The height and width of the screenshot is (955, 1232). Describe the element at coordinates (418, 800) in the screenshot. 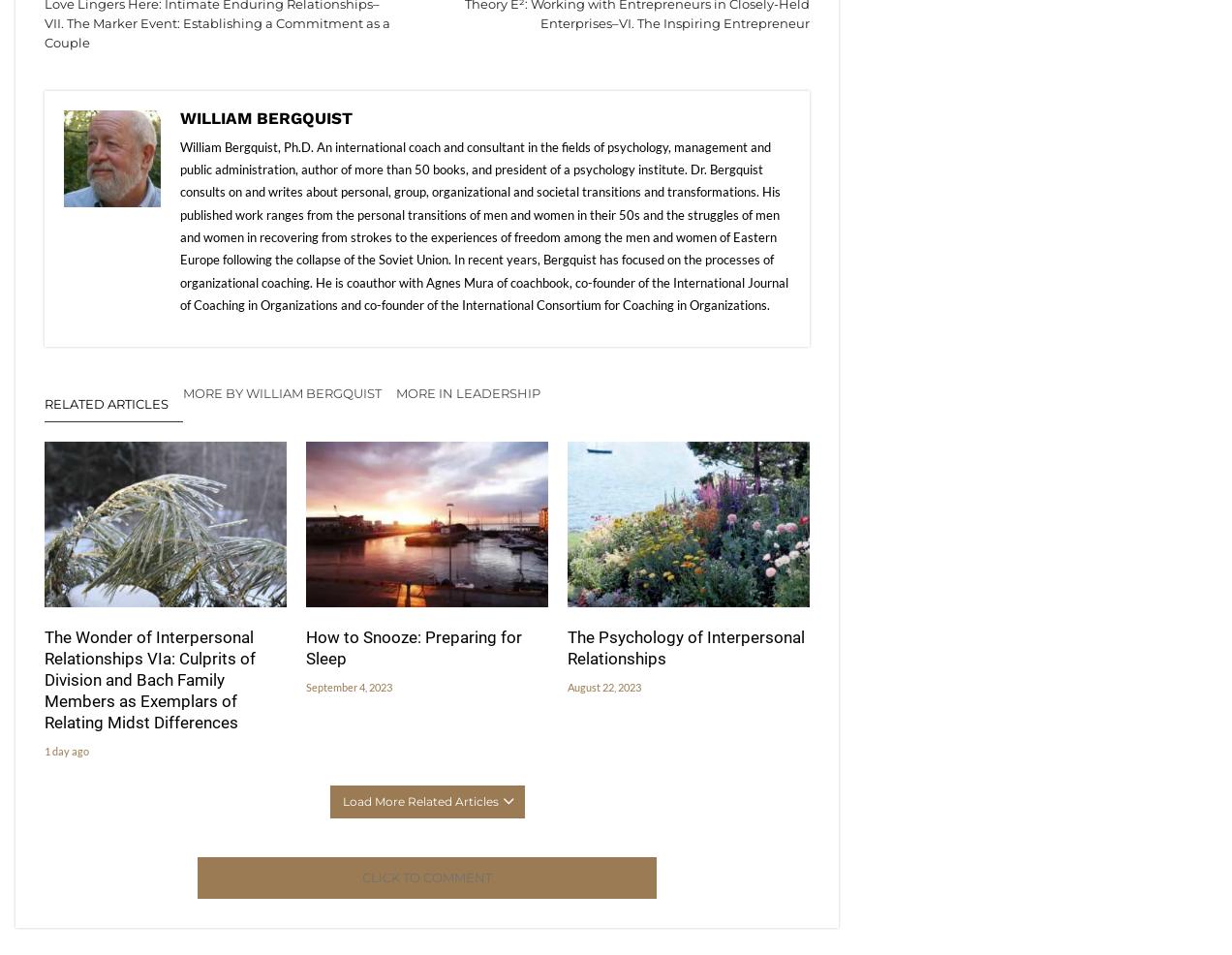

I see `'Load More Related Articles'` at that location.